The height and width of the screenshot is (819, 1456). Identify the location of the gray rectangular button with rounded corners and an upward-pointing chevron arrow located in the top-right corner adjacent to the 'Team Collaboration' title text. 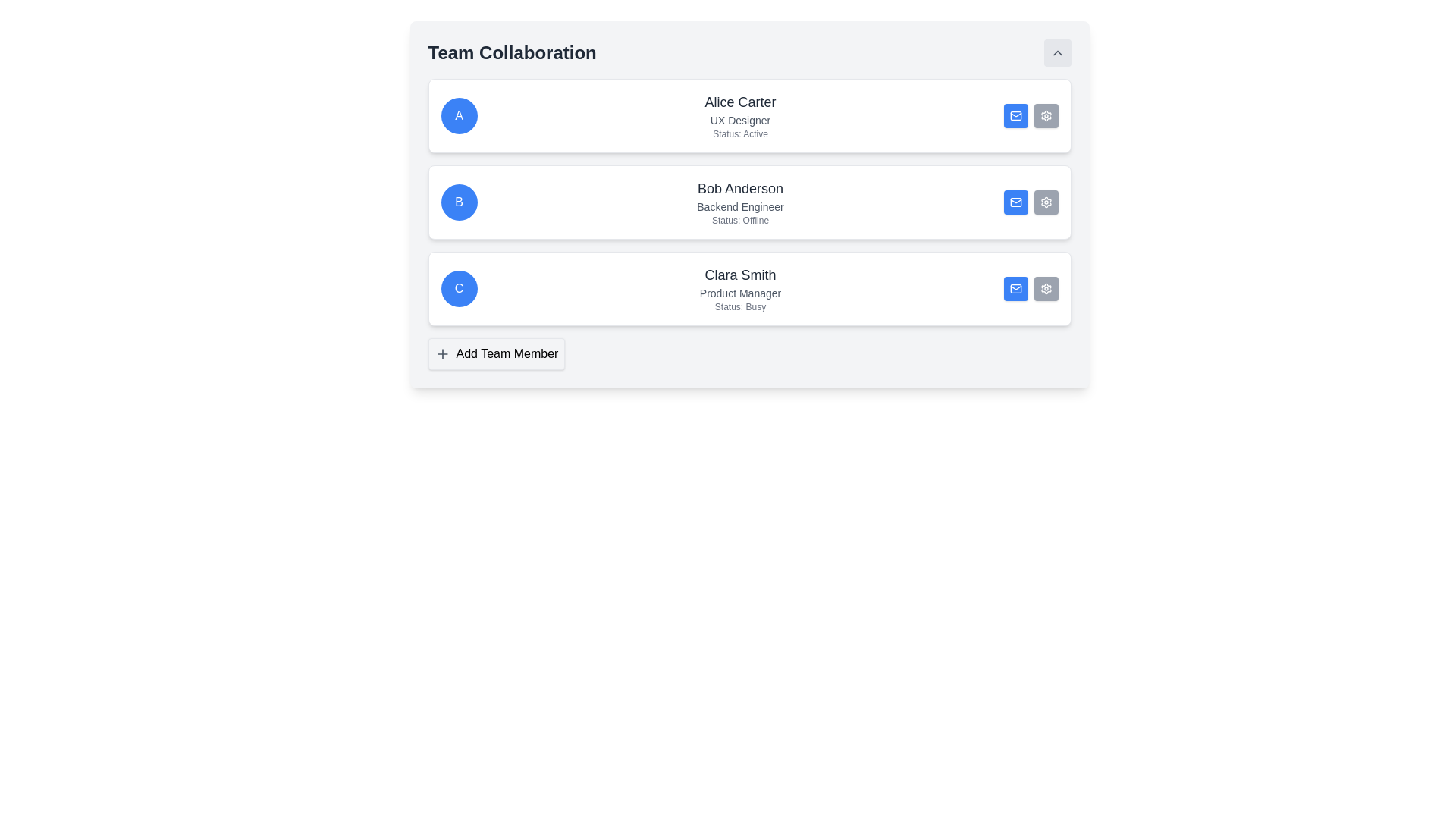
(1056, 52).